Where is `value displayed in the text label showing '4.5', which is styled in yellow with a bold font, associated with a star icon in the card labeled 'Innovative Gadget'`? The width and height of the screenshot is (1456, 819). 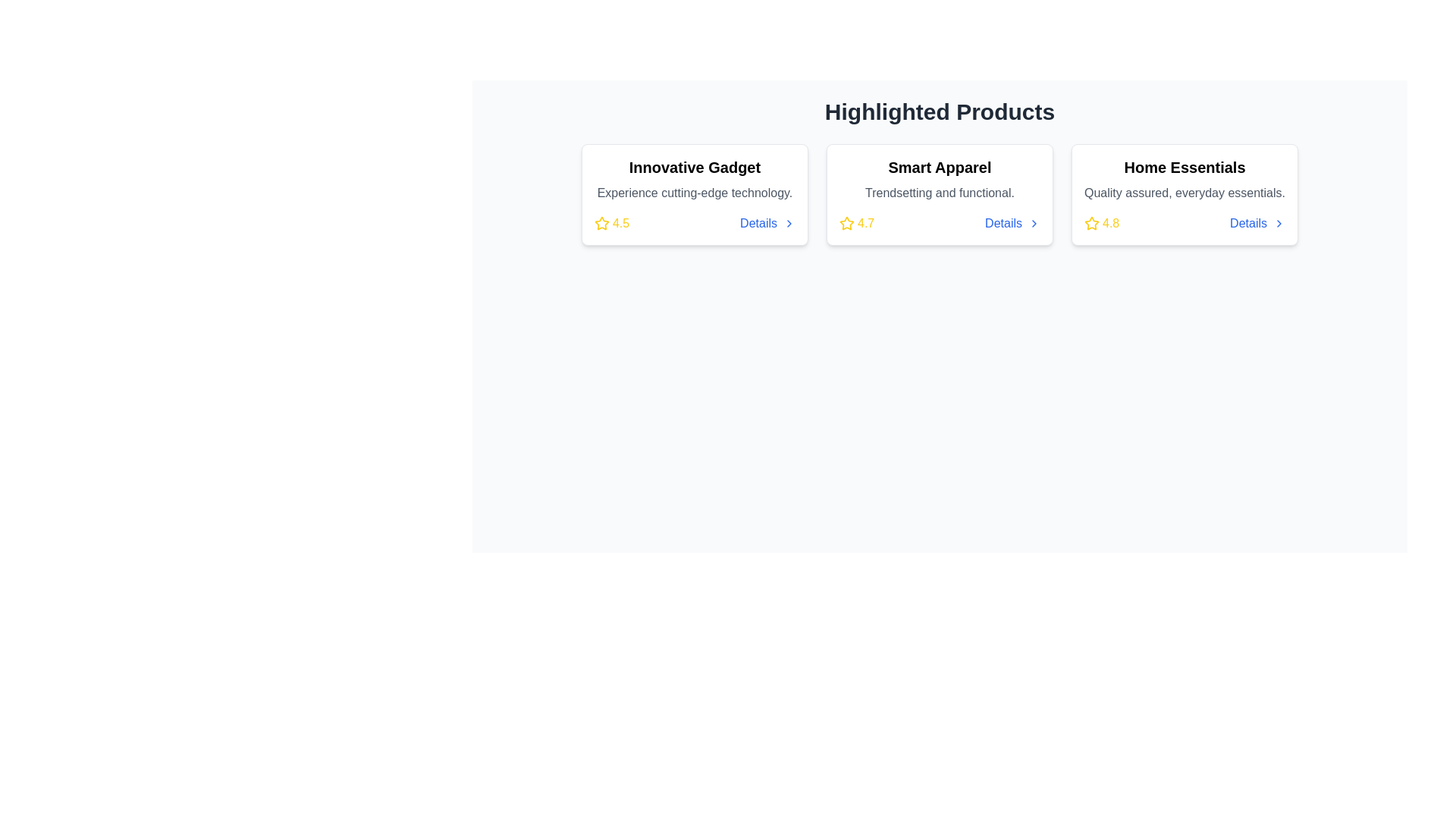 value displayed in the text label showing '4.5', which is styled in yellow with a bold font, associated with a star icon in the card labeled 'Innovative Gadget' is located at coordinates (621, 223).